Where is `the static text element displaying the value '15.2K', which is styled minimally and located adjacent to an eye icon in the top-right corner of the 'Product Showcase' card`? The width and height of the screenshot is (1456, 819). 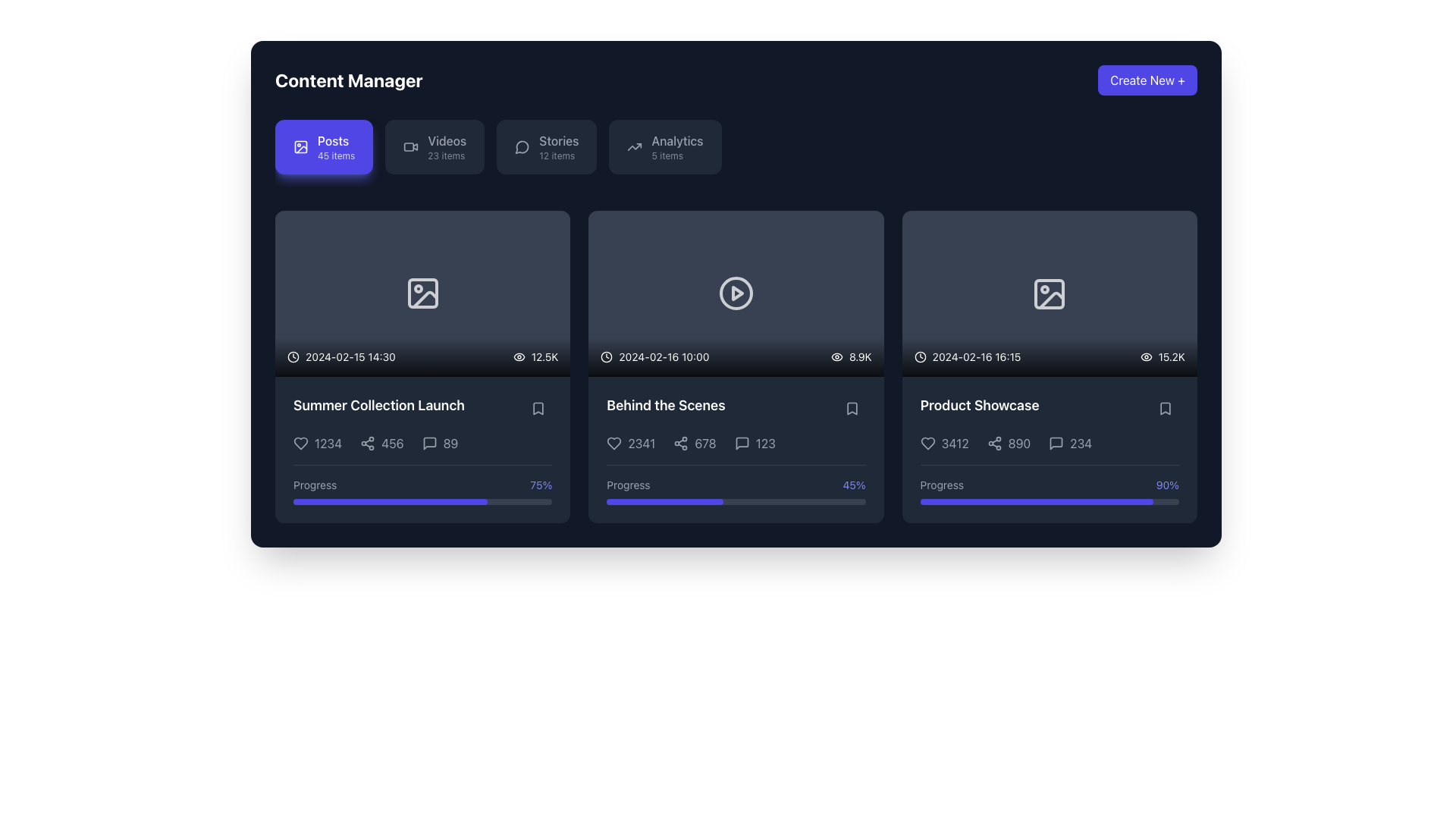
the static text element displaying the value '15.2K', which is styled minimally and located adjacent to an eye icon in the top-right corner of the 'Product Showcase' card is located at coordinates (1171, 356).